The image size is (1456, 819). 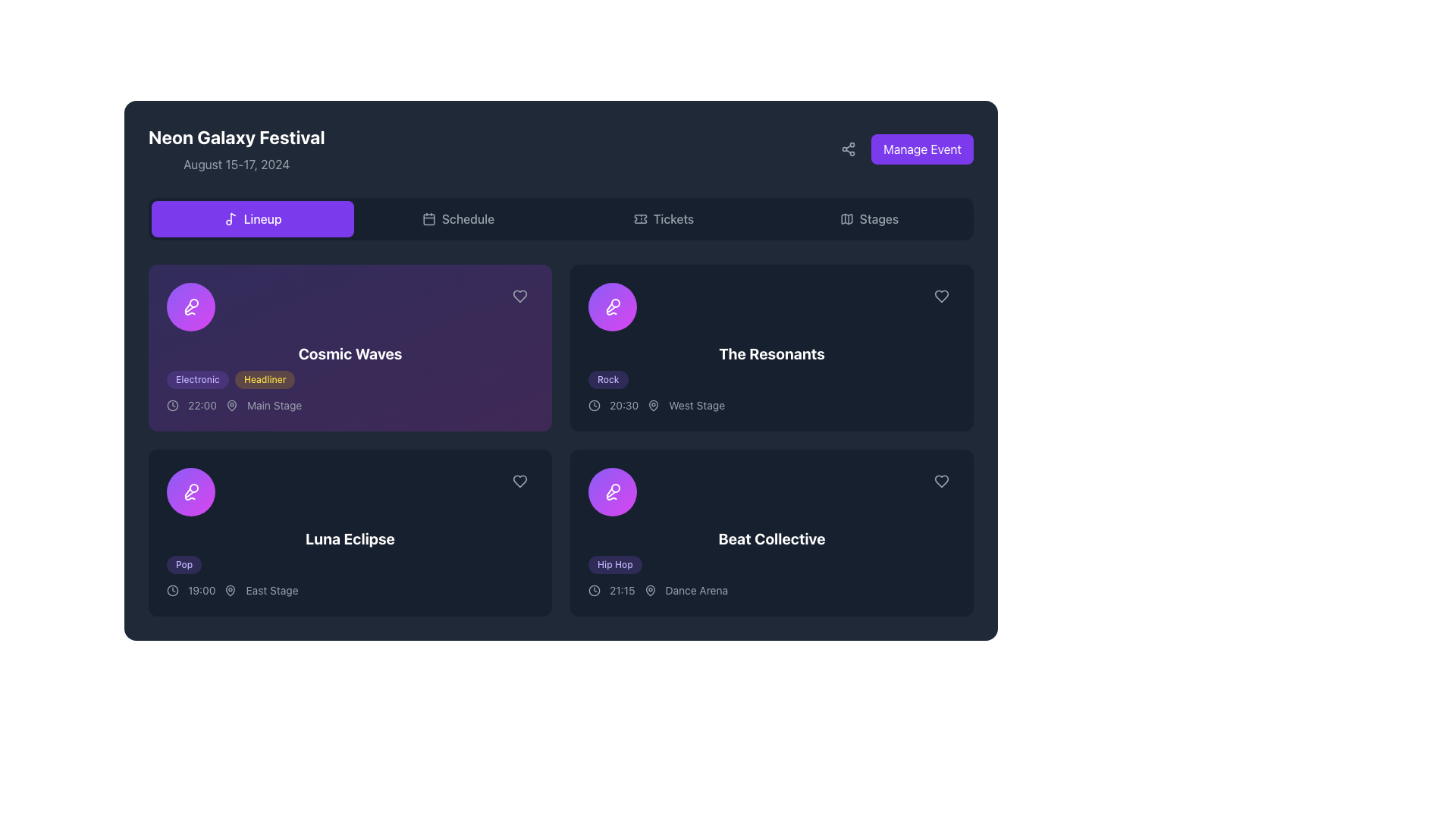 What do you see at coordinates (349, 532) in the screenshot?
I see `the interactive card displaying event information located in the lower-left quadrant of the grid, specifically the third card in the layout` at bounding box center [349, 532].